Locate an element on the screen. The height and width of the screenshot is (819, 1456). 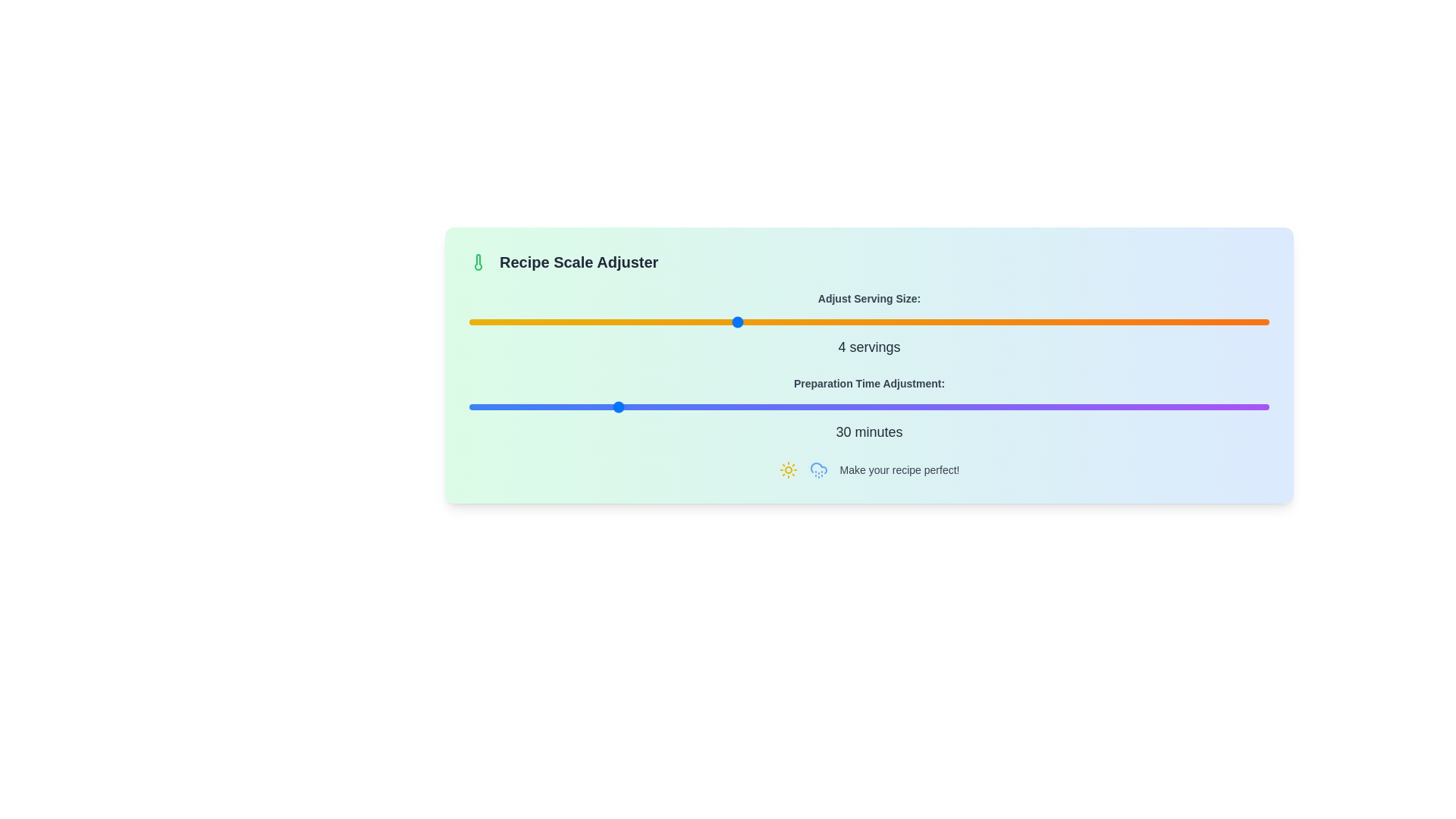
the horizontal range slider with a gradient background transitioning from yellow to orange, which is located under 'Adjust Serving Size:' and above '4 servings' in the 'Recipe Scale Adjuster' section is located at coordinates (869, 321).